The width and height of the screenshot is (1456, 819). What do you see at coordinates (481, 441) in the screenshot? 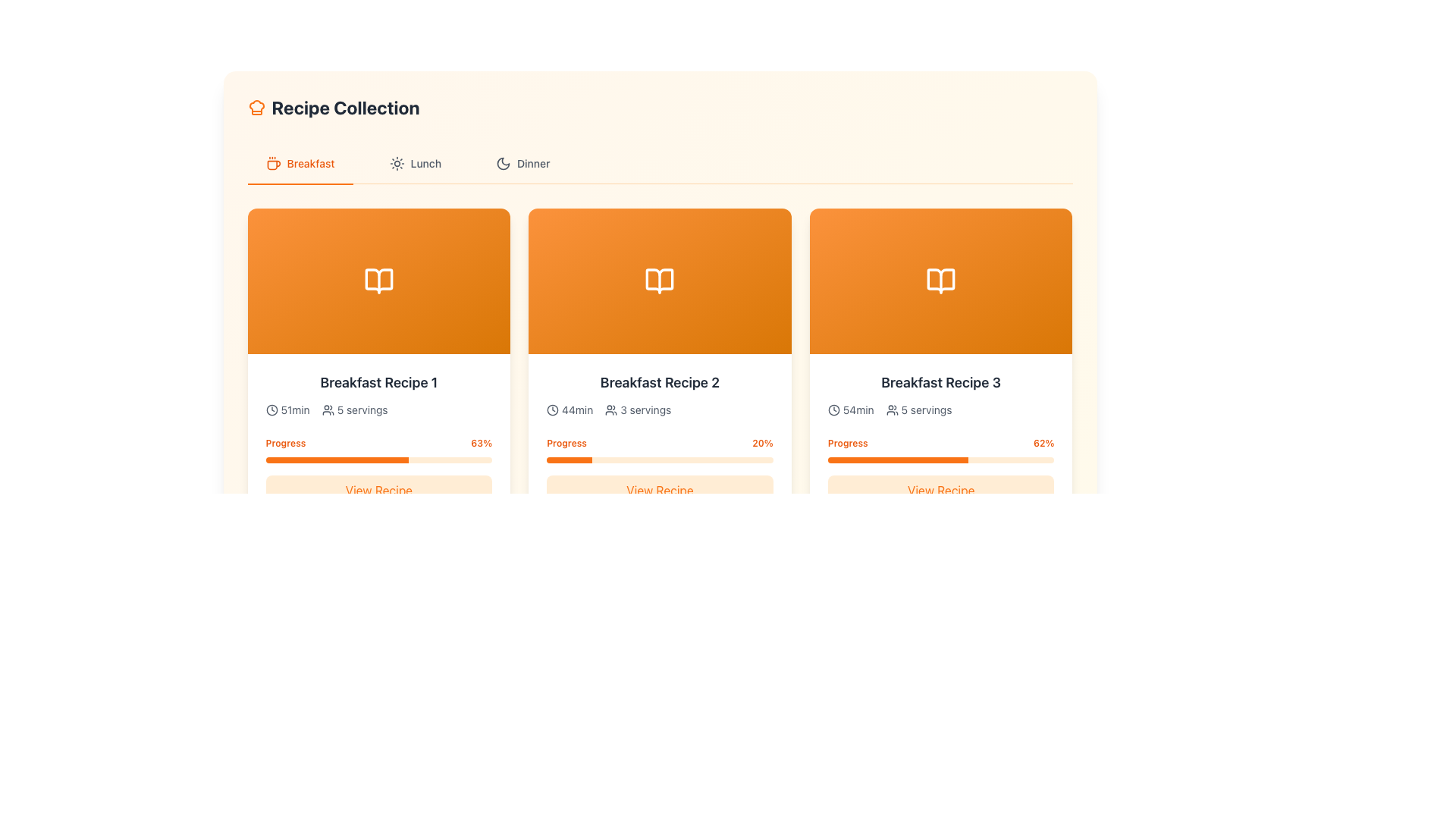
I see `the text label that displays the current progress percentage, located in the lower-right corner above the progress bar of the 'Breakfast Recipe 3' card` at bounding box center [481, 441].